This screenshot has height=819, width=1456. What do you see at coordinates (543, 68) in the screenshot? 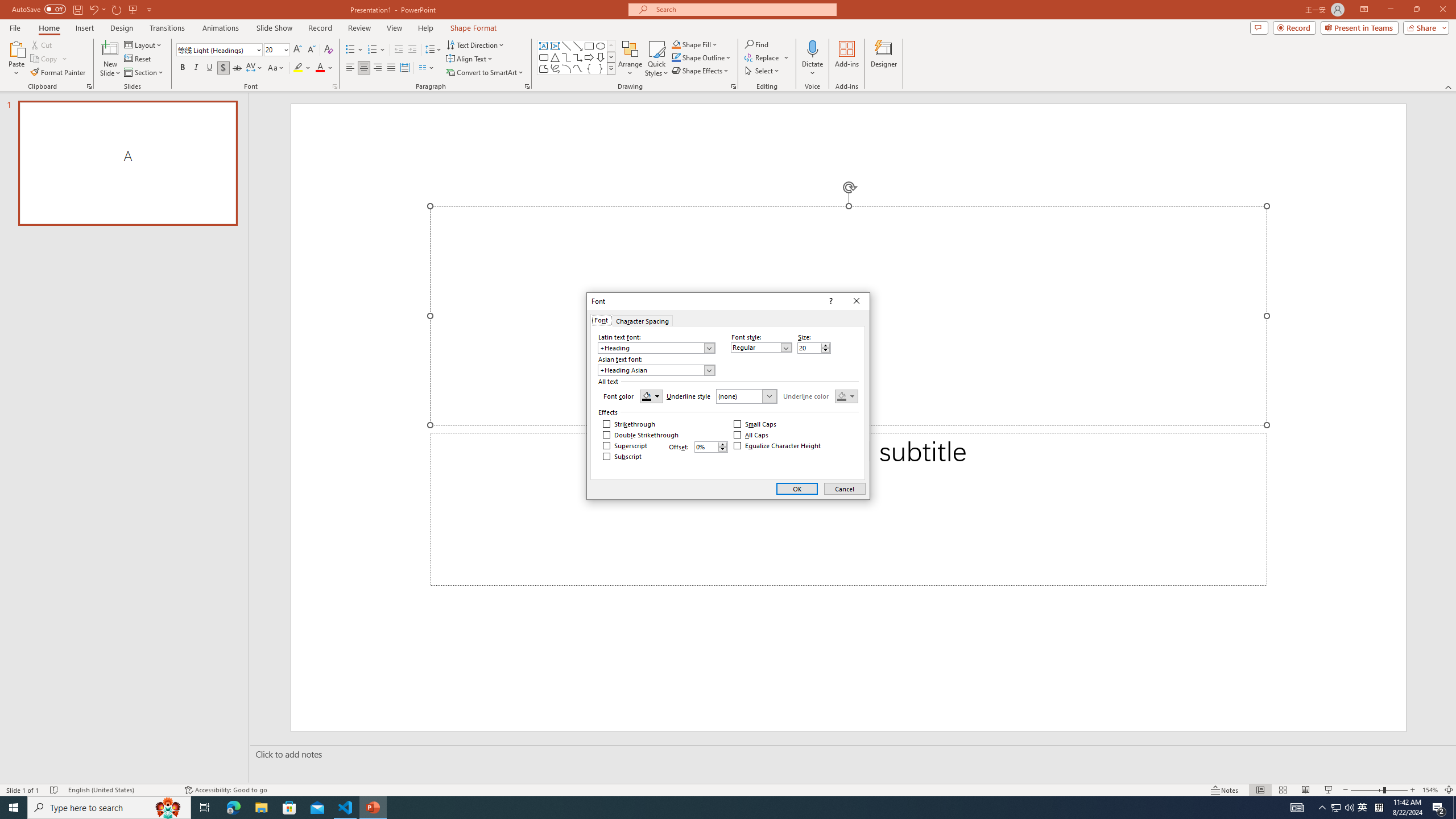
I see `'Freeform: Shape'` at bounding box center [543, 68].